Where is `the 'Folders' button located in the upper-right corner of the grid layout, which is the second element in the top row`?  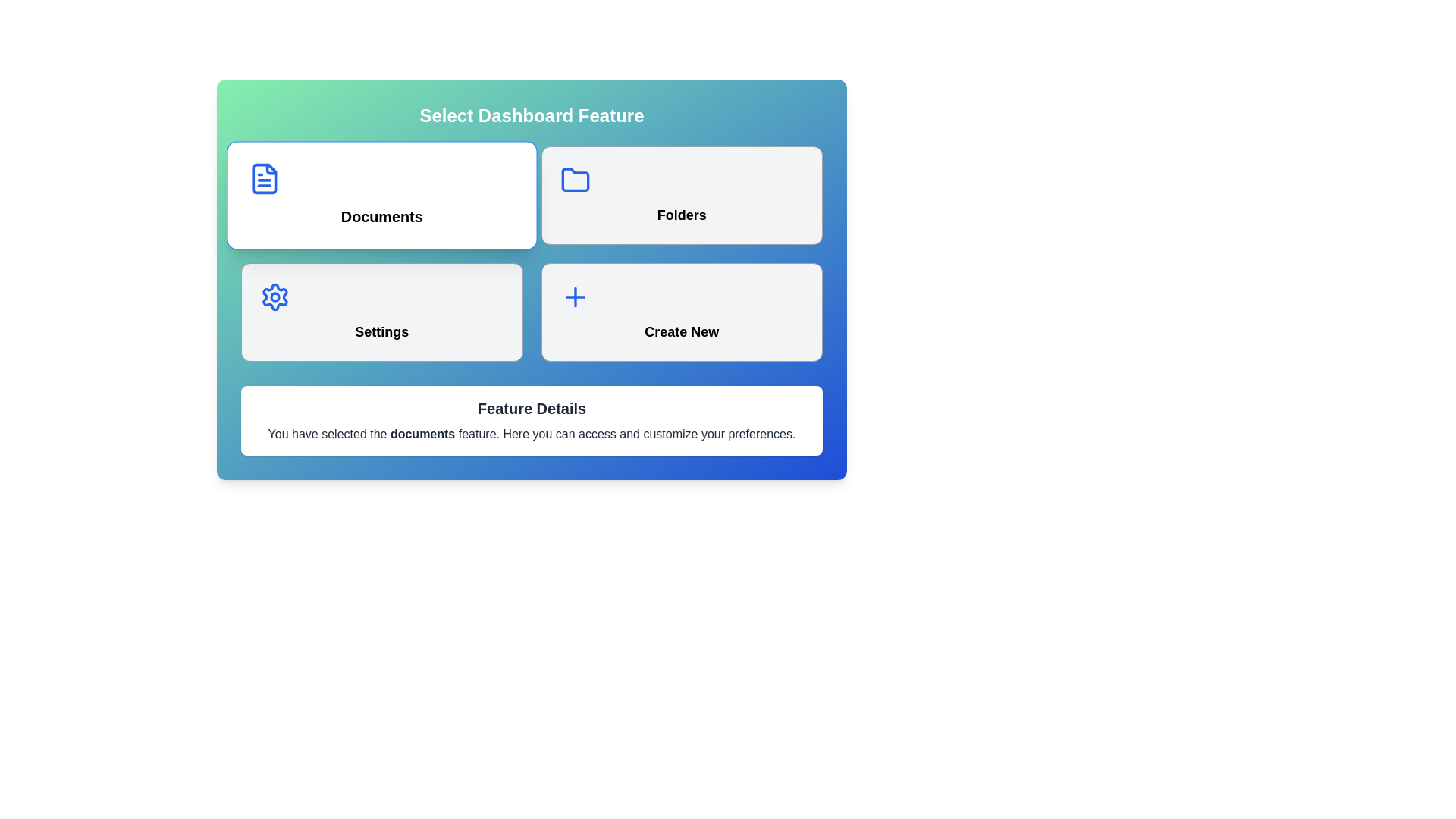 the 'Folders' button located in the upper-right corner of the grid layout, which is the second element in the top row is located at coordinates (681, 195).